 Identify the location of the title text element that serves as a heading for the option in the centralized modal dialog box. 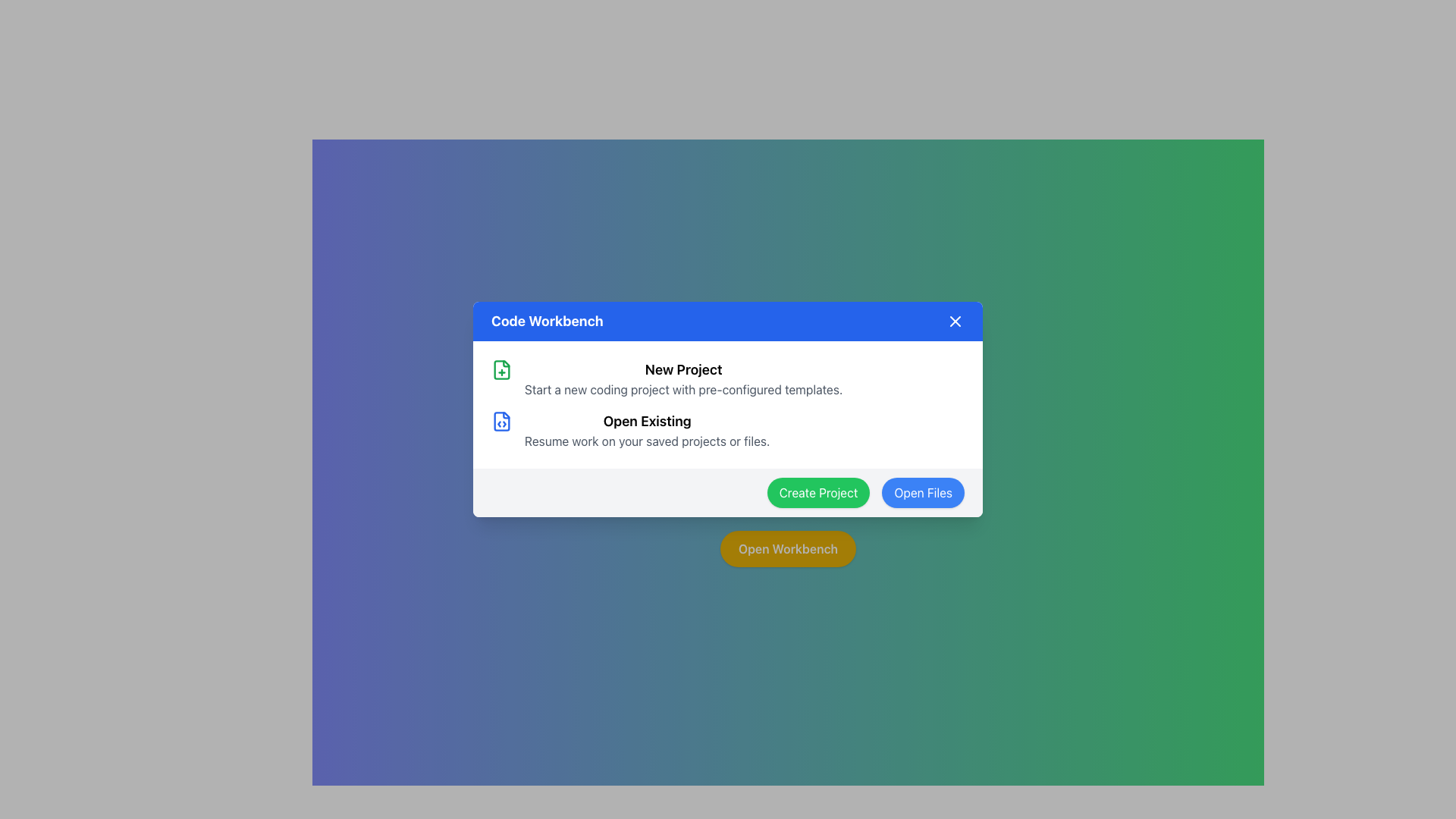
(682, 370).